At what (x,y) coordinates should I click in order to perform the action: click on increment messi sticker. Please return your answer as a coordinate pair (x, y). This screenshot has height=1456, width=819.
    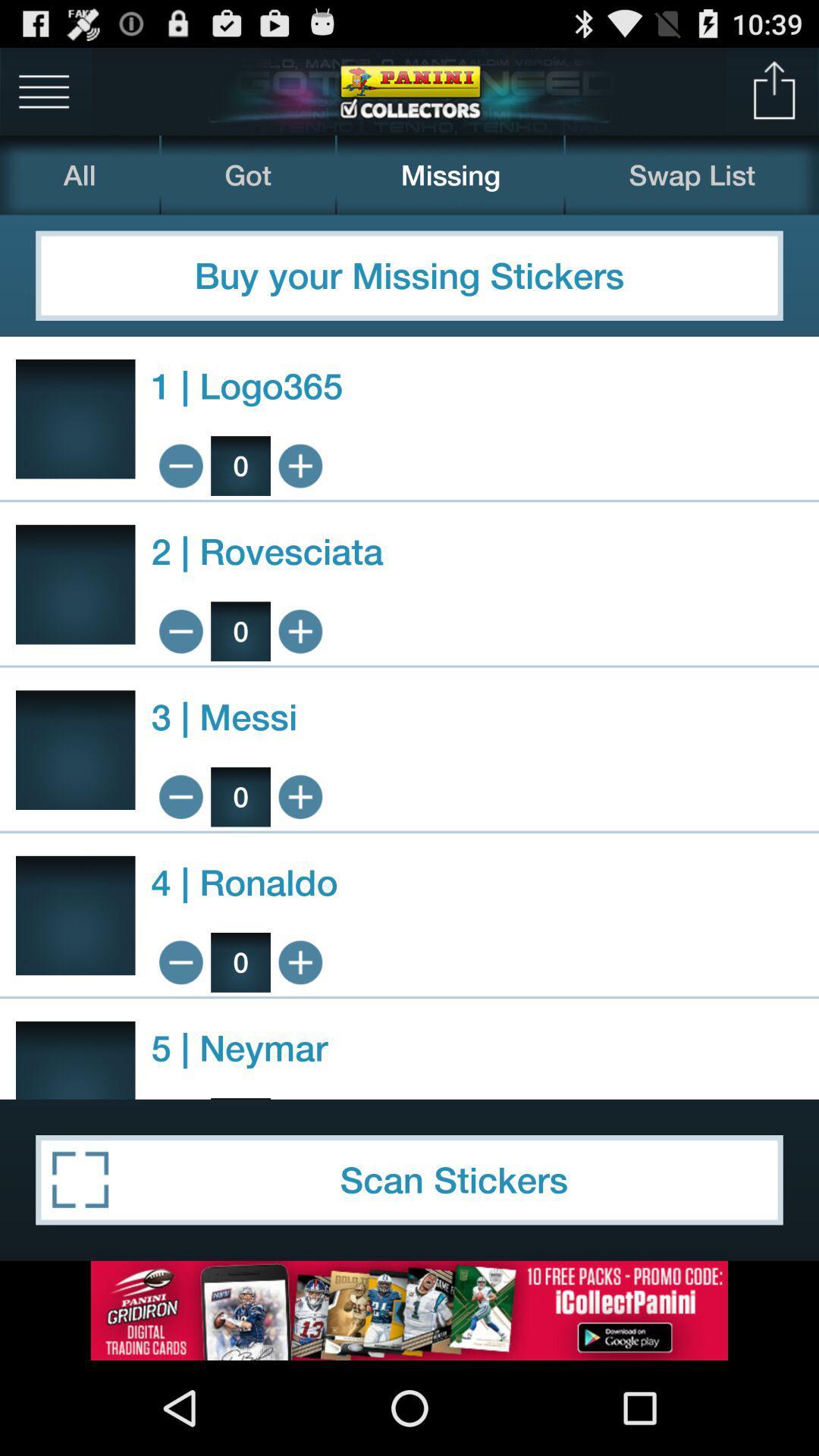
    Looking at the image, I should click on (300, 796).